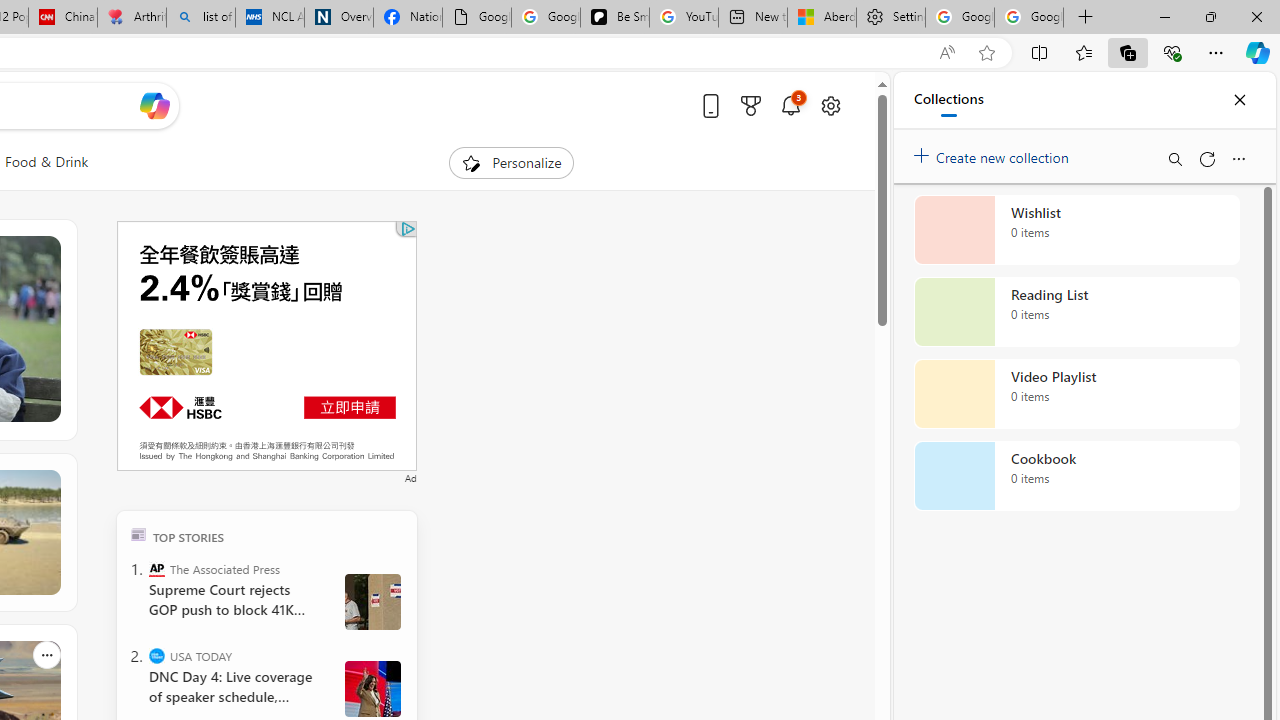 This screenshot has height=720, width=1280. What do you see at coordinates (265, 344) in the screenshot?
I see `'AutomationID: canvas'` at bounding box center [265, 344].